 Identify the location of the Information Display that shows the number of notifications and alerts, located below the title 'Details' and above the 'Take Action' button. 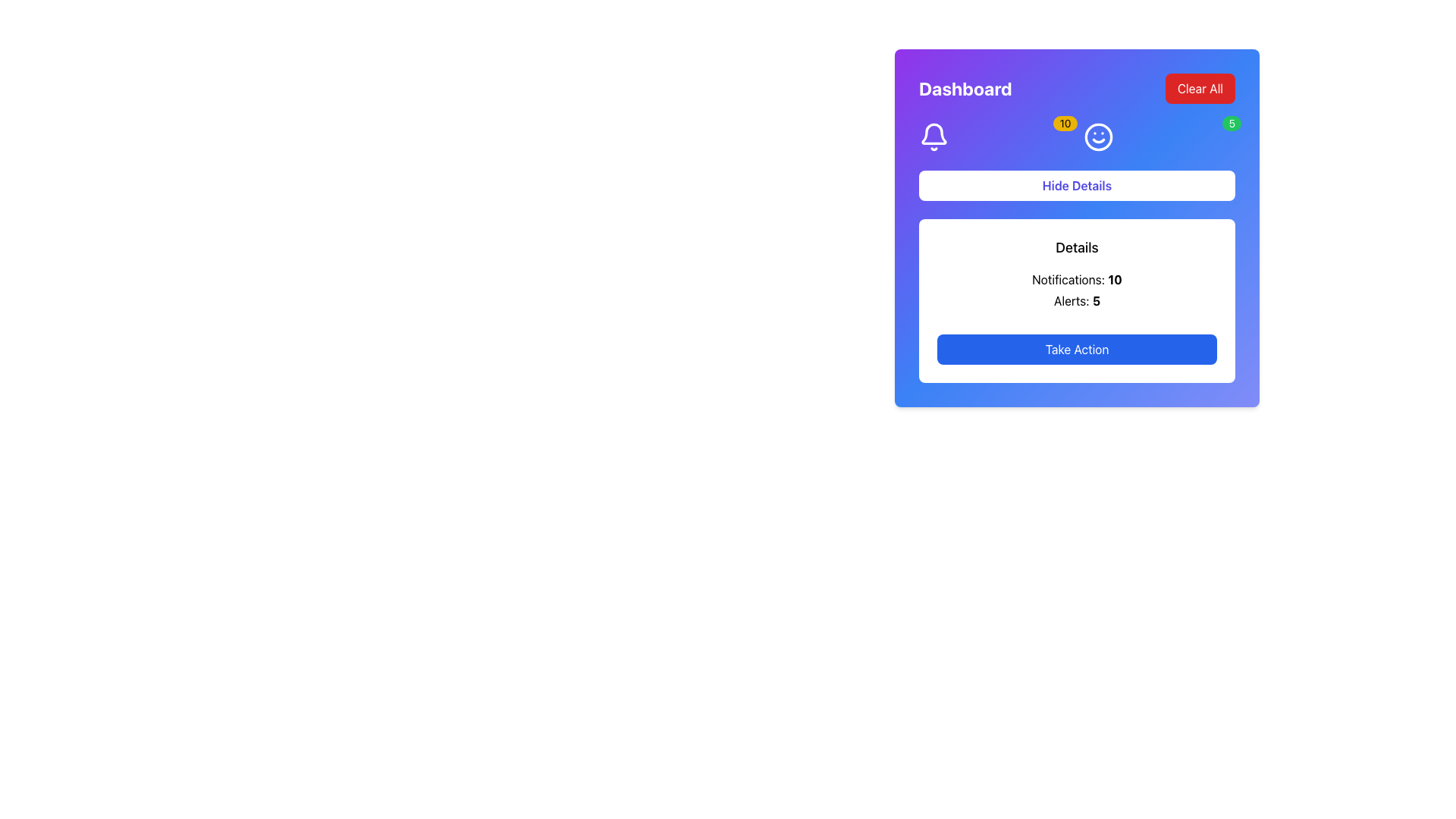
(1076, 290).